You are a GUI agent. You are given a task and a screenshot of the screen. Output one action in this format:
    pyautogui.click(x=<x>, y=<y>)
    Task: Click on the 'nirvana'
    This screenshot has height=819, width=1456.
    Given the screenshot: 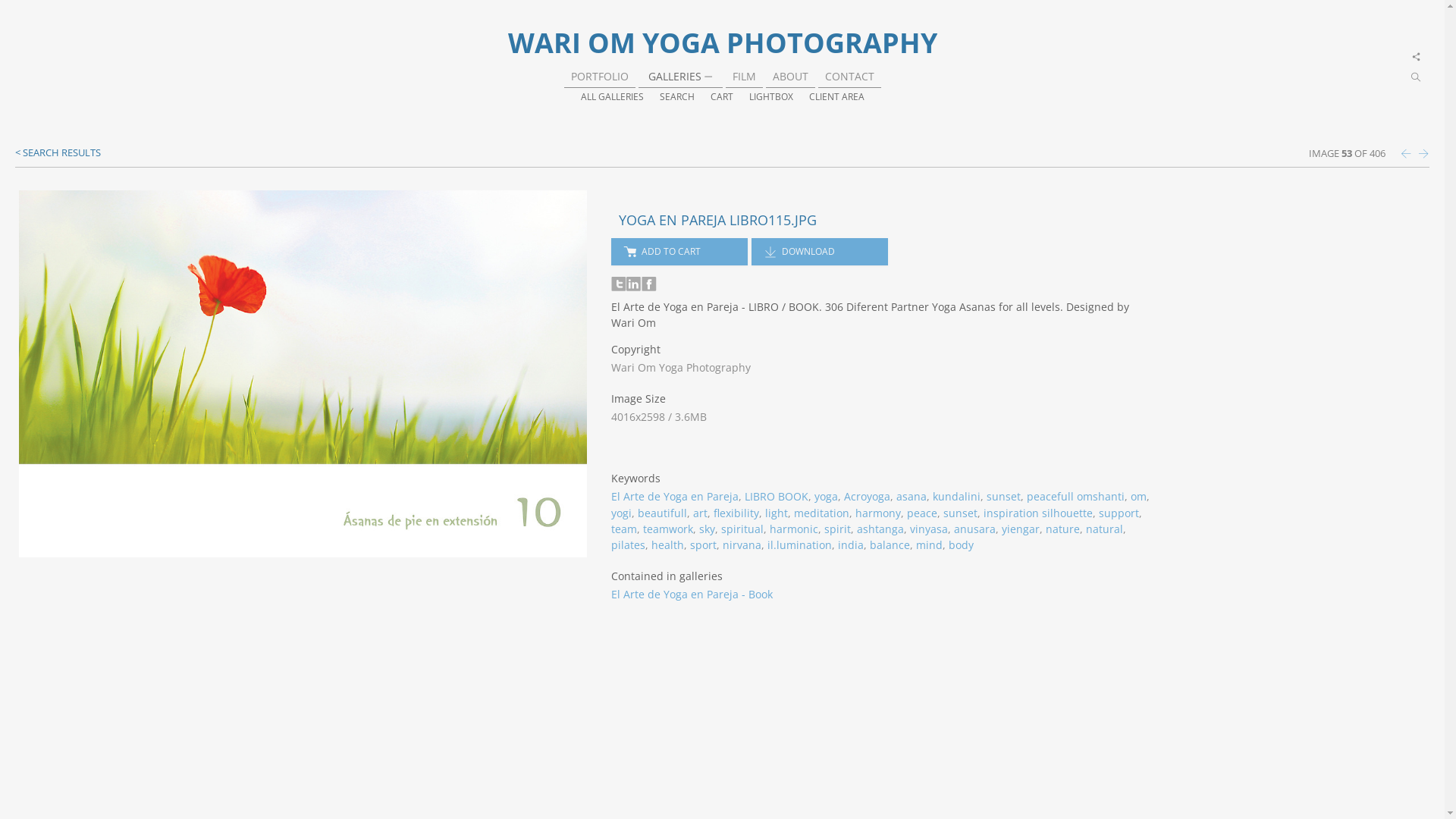 What is the action you would take?
    pyautogui.click(x=742, y=544)
    